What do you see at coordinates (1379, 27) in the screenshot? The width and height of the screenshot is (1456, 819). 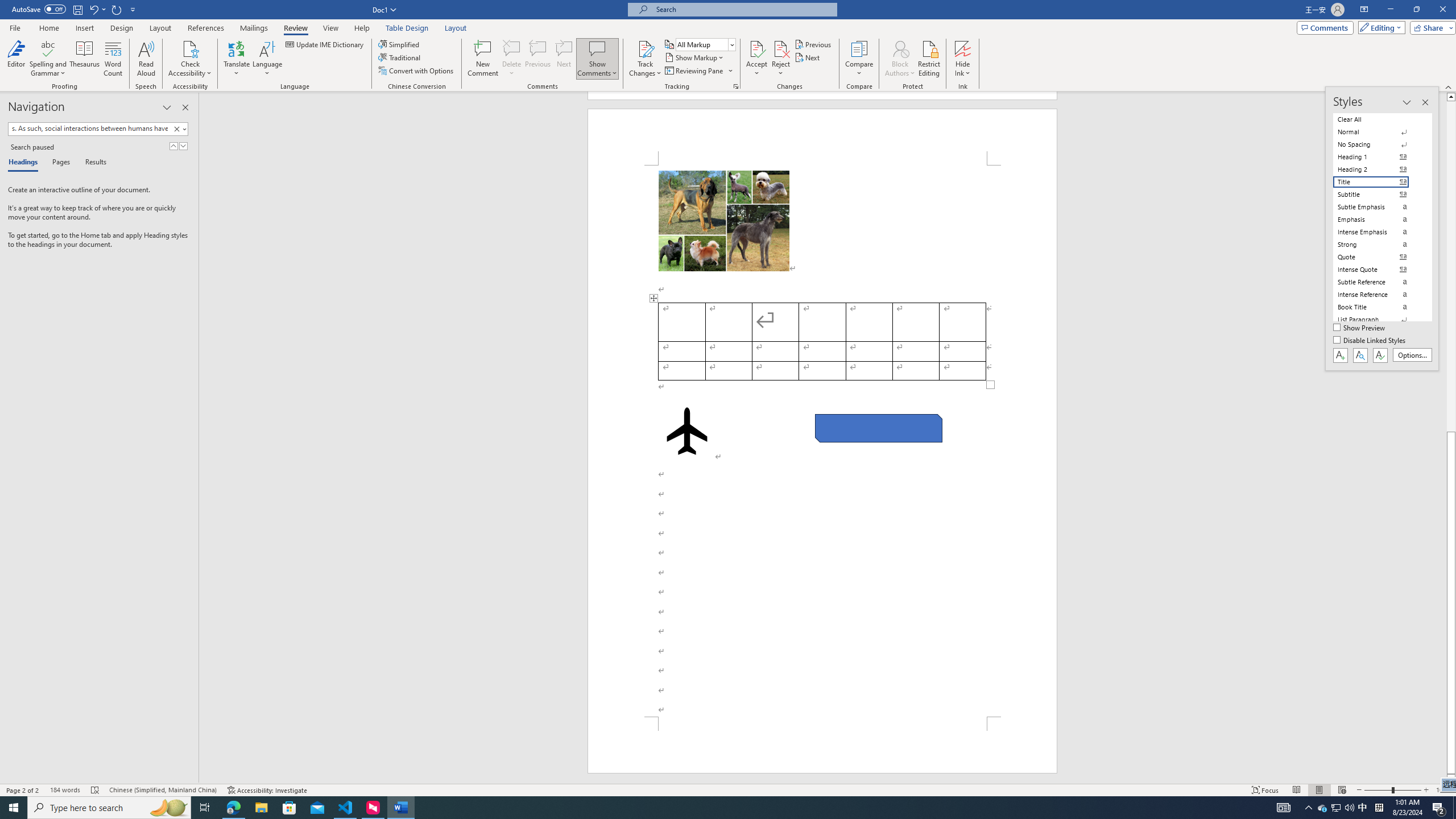 I see `'Editing'` at bounding box center [1379, 27].